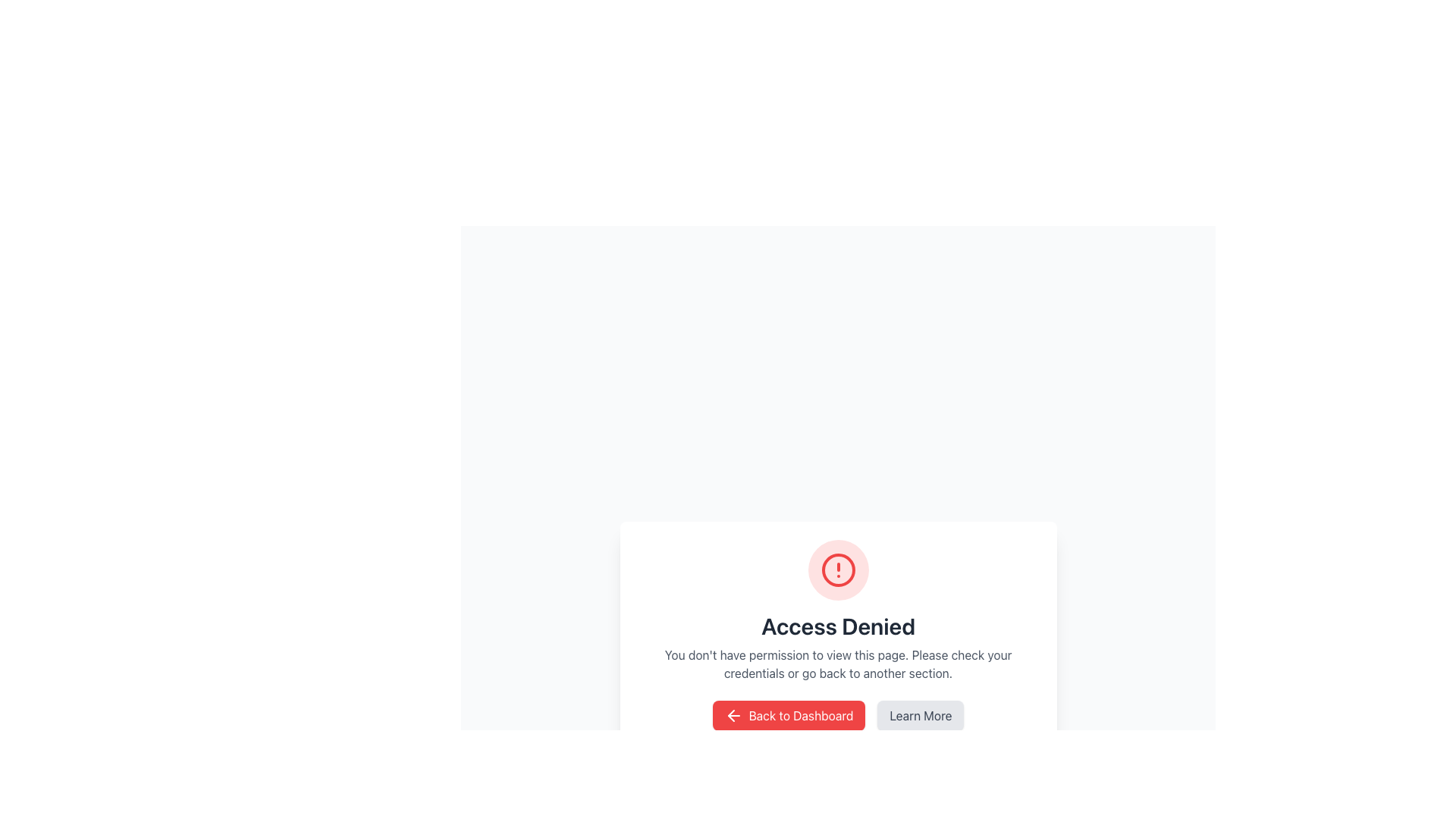  What do you see at coordinates (837, 716) in the screenshot?
I see `the left button labeled 'Back to Dashboard' in the button group located at the bottom center of the 'Access Denied' section` at bounding box center [837, 716].